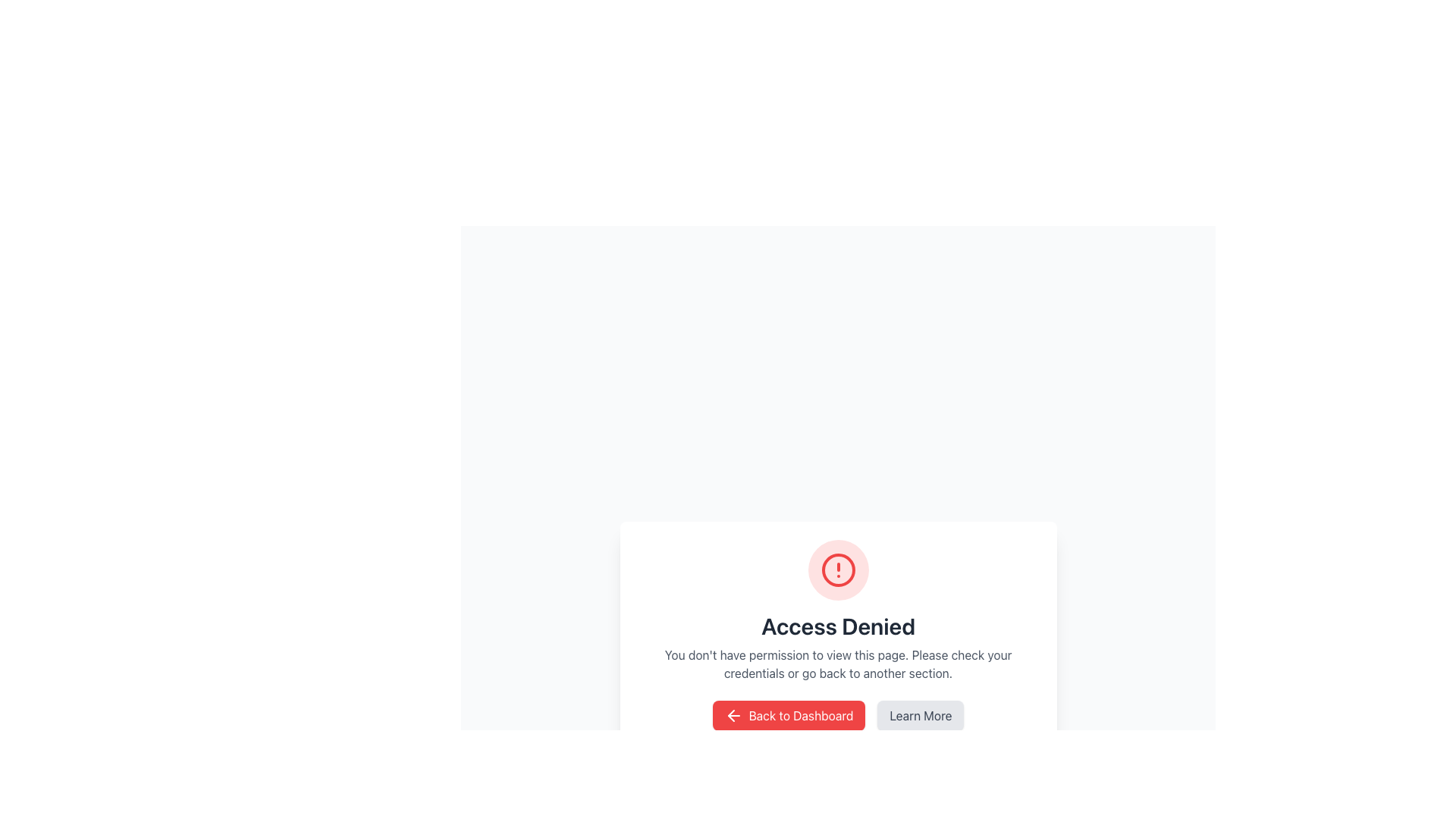  What do you see at coordinates (837, 716) in the screenshot?
I see `the left button labeled 'Back to Dashboard' in the button group located at the bottom center of the 'Access Denied' section` at bounding box center [837, 716].